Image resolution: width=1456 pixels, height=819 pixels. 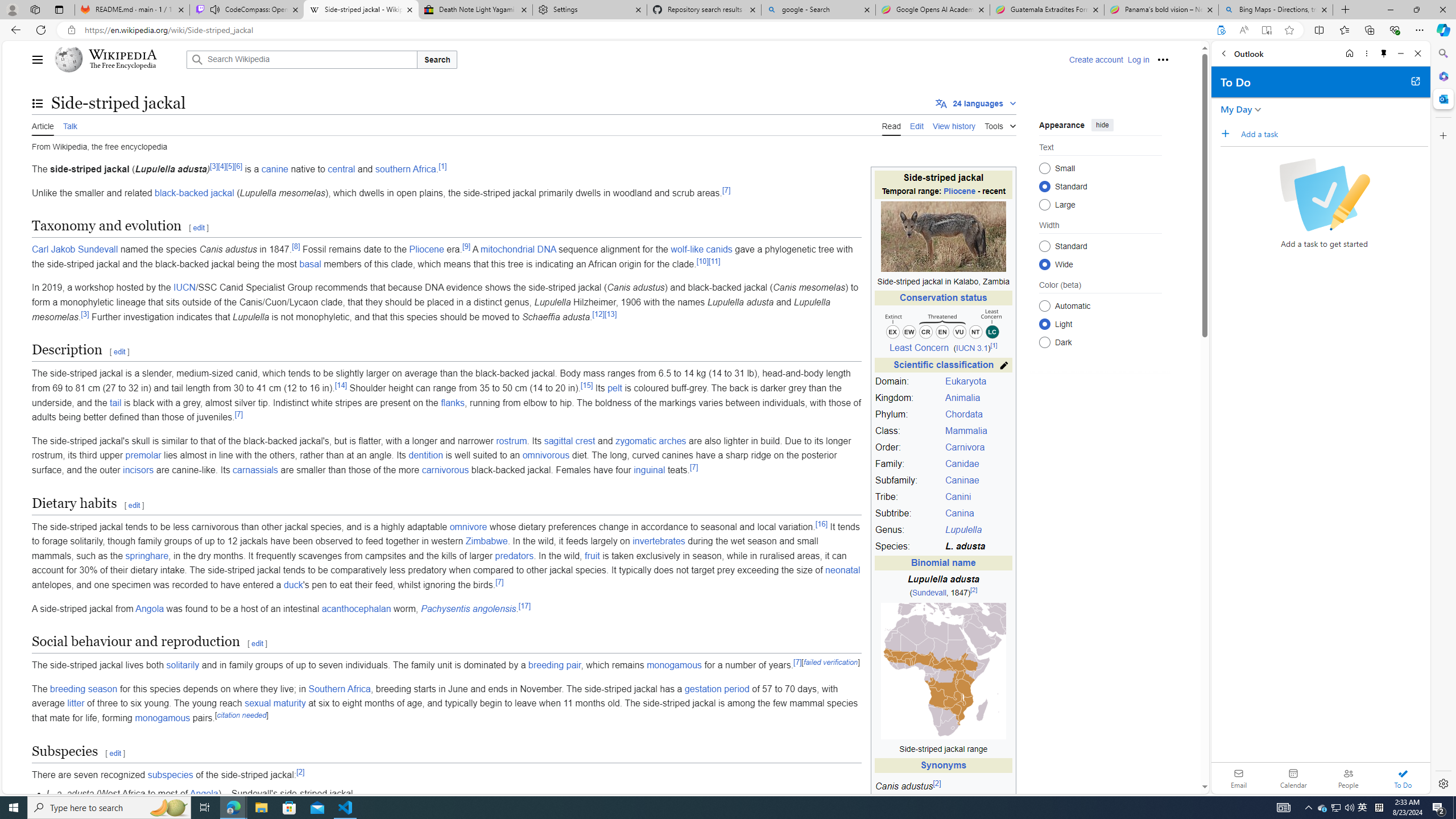 What do you see at coordinates (138, 469) in the screenshot?
I see `'incisors'` at bounding box center [138, 469].